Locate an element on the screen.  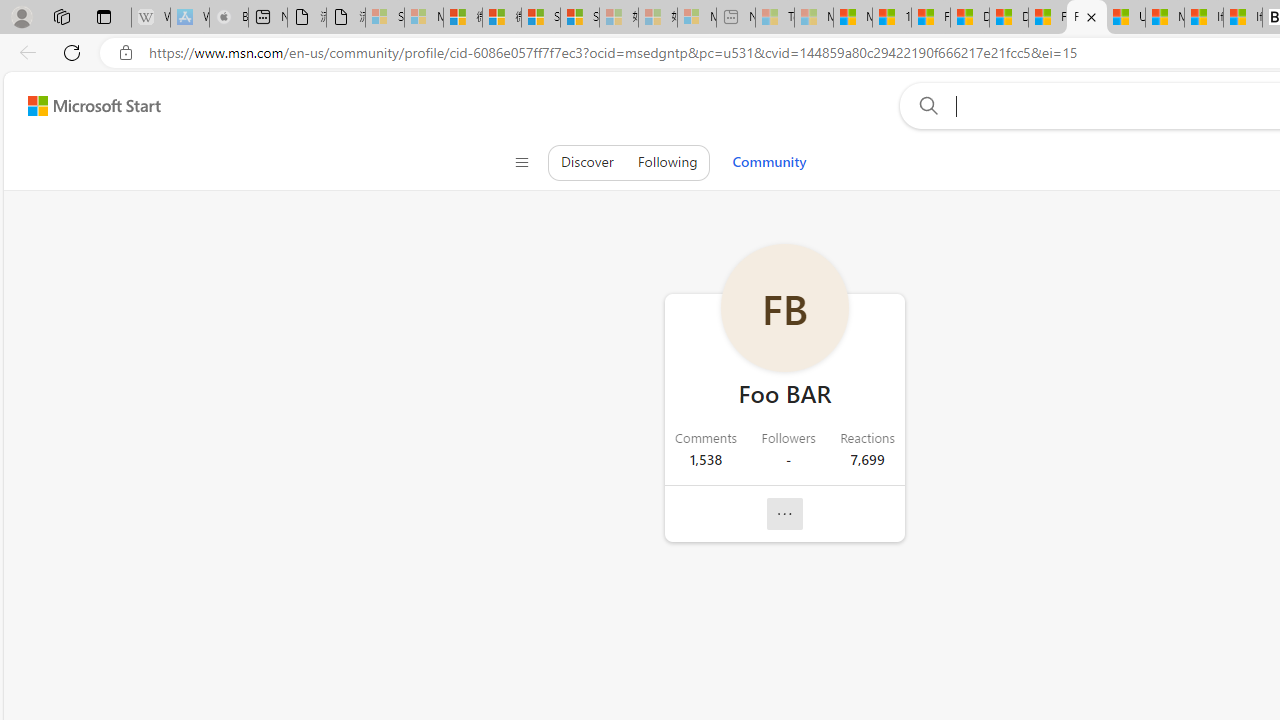
'Community' is located at coordinates (768, 161).